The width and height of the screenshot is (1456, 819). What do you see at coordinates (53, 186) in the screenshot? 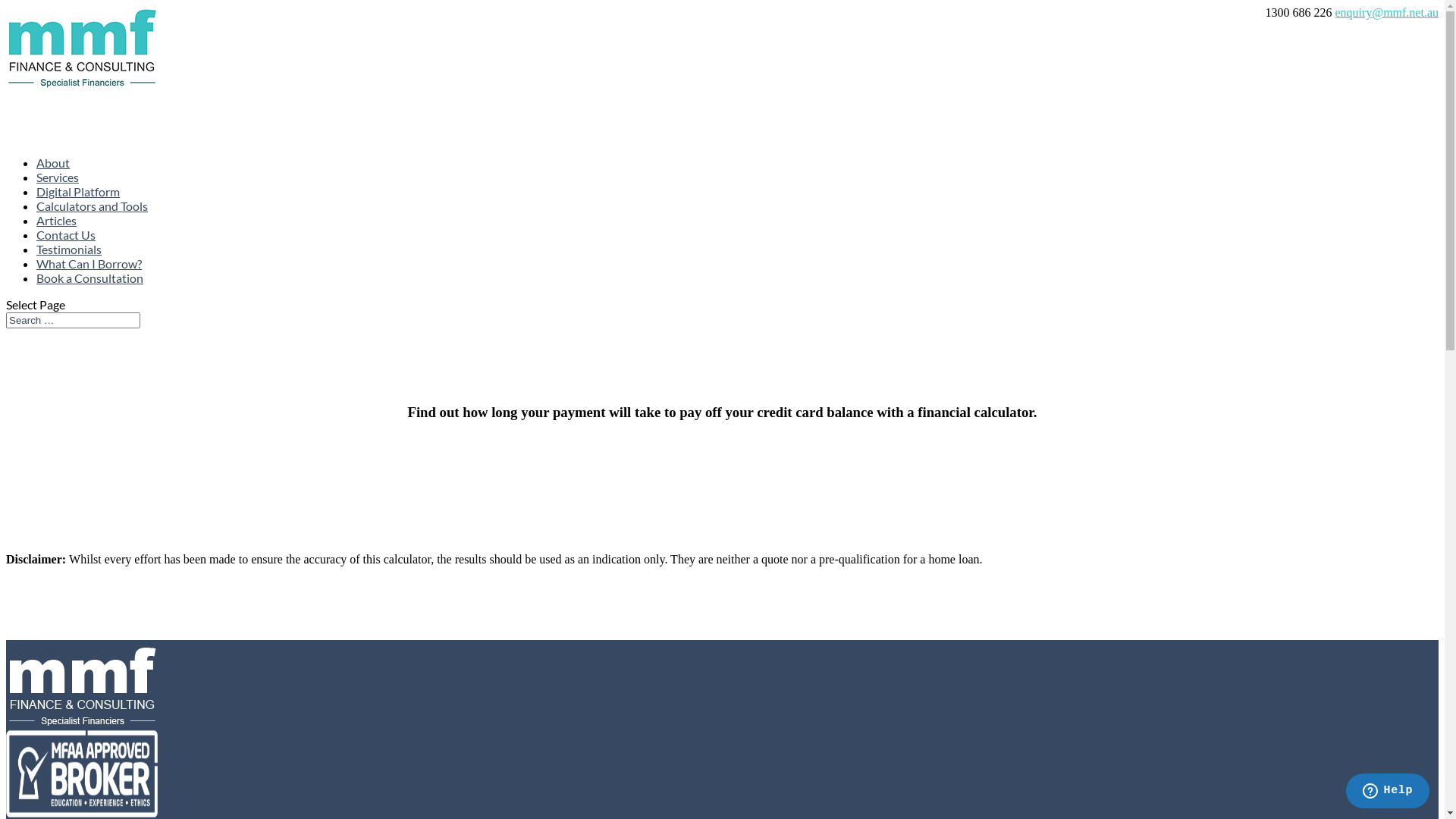
I see `'About'` at bounding box center [53, 186].